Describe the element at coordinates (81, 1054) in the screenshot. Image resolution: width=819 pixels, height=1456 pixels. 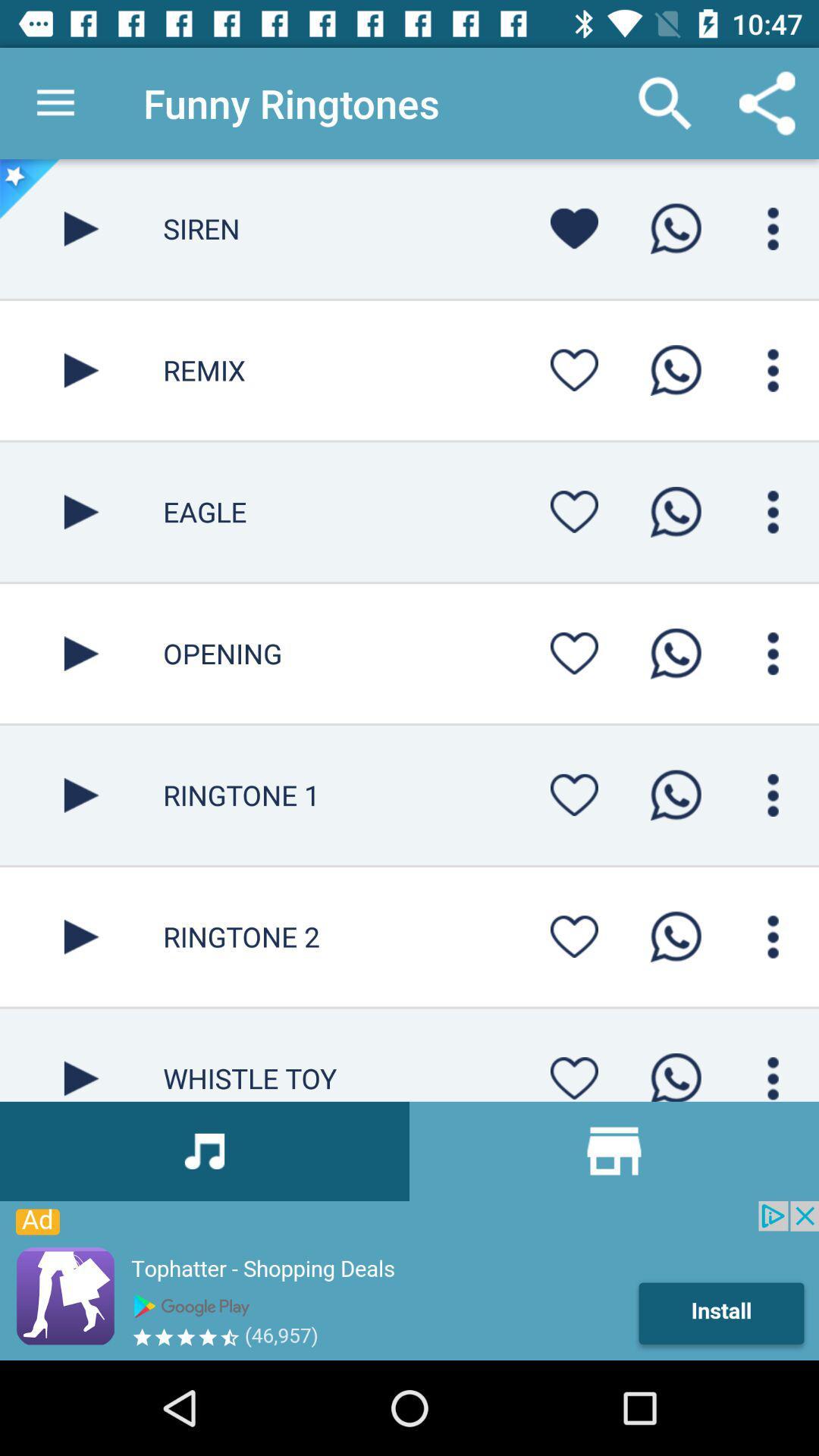
I see `whistle` at that location.